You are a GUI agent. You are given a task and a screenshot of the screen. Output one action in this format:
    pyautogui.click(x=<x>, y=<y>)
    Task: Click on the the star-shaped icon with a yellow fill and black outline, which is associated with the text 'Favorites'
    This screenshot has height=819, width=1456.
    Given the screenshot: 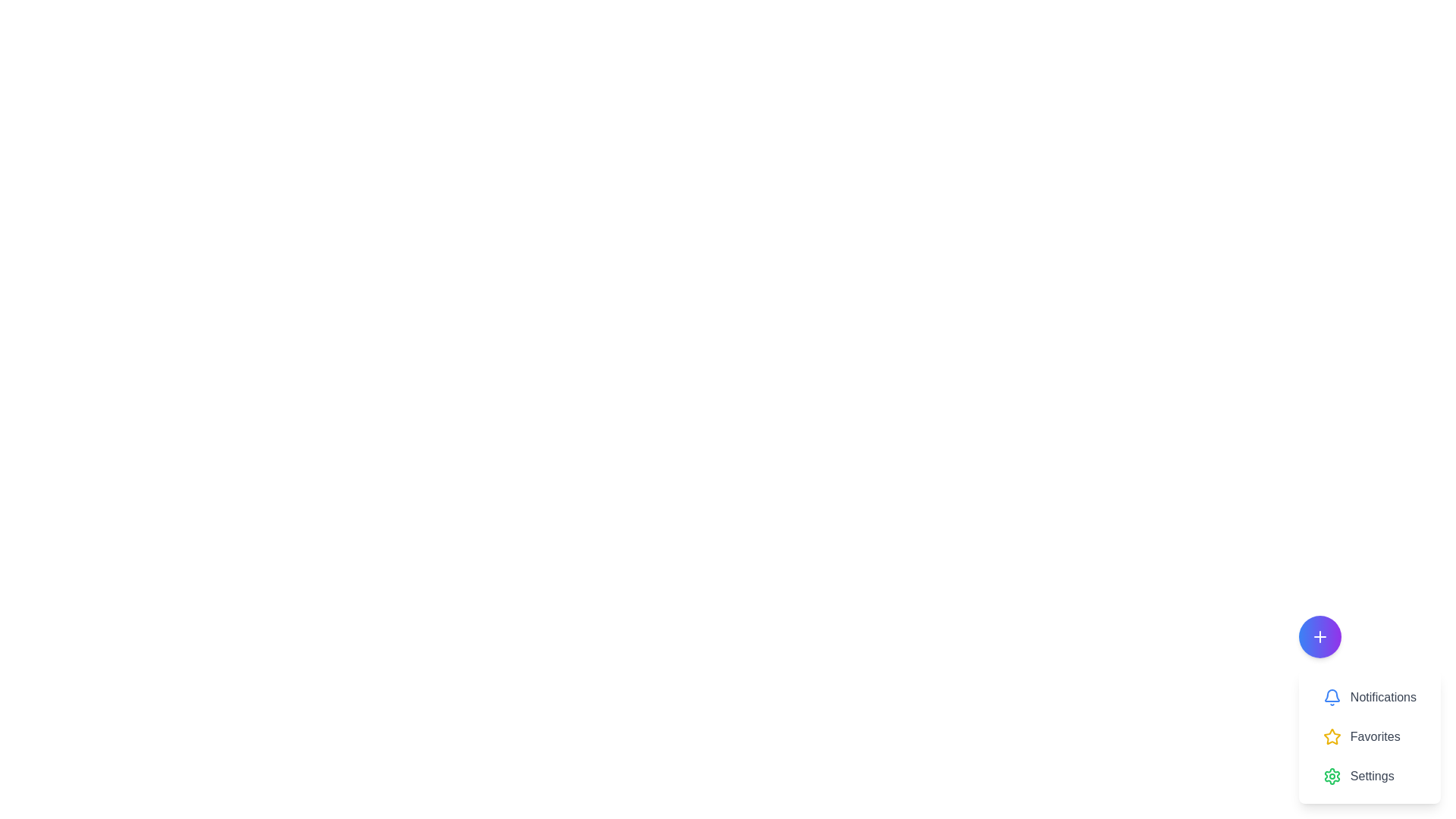 What is the action you would take?
    pyautogui.click(x=1331, y=736)
    